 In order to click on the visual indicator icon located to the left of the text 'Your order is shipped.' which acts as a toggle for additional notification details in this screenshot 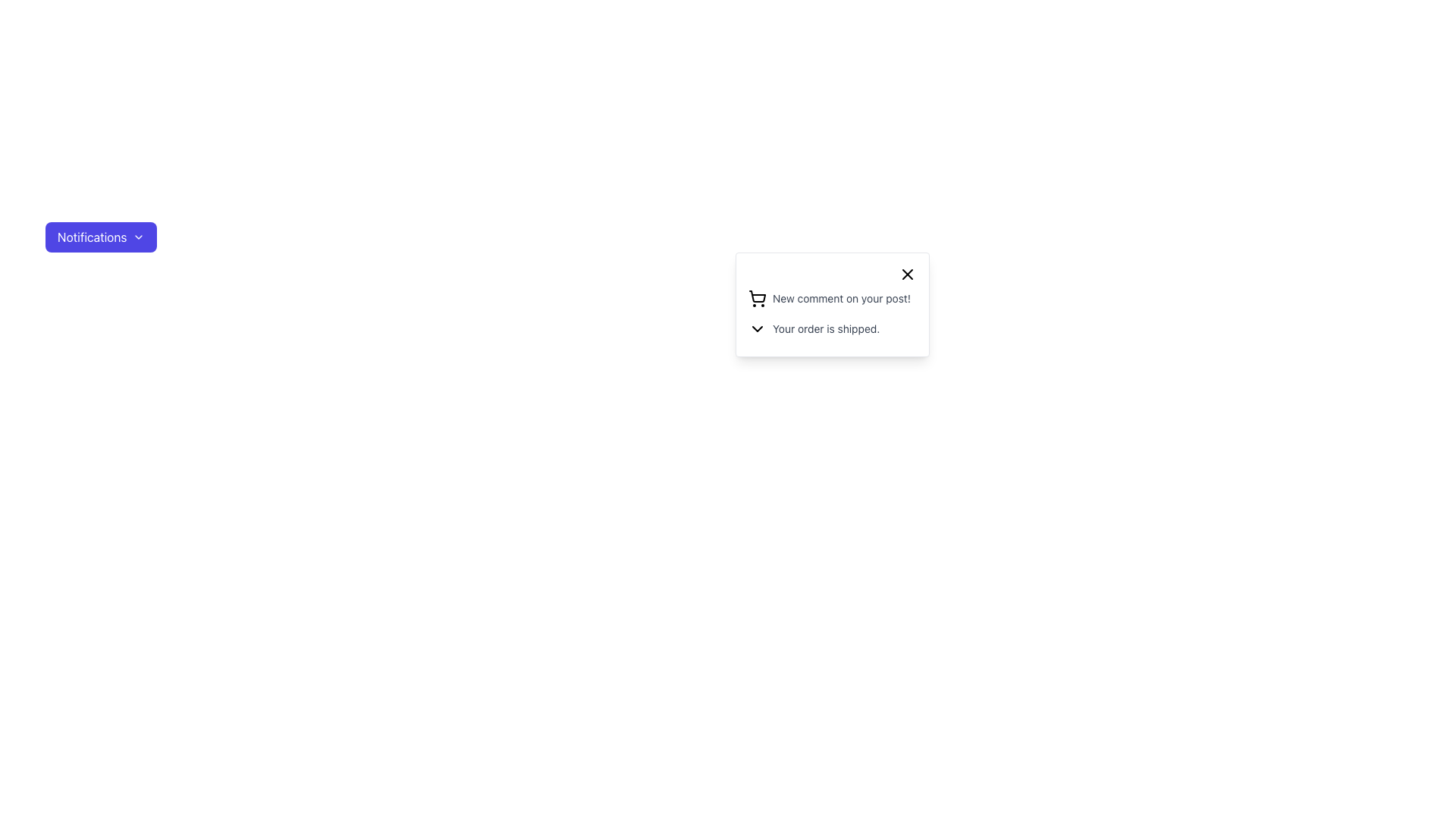, I will do `click(757, 328)`.